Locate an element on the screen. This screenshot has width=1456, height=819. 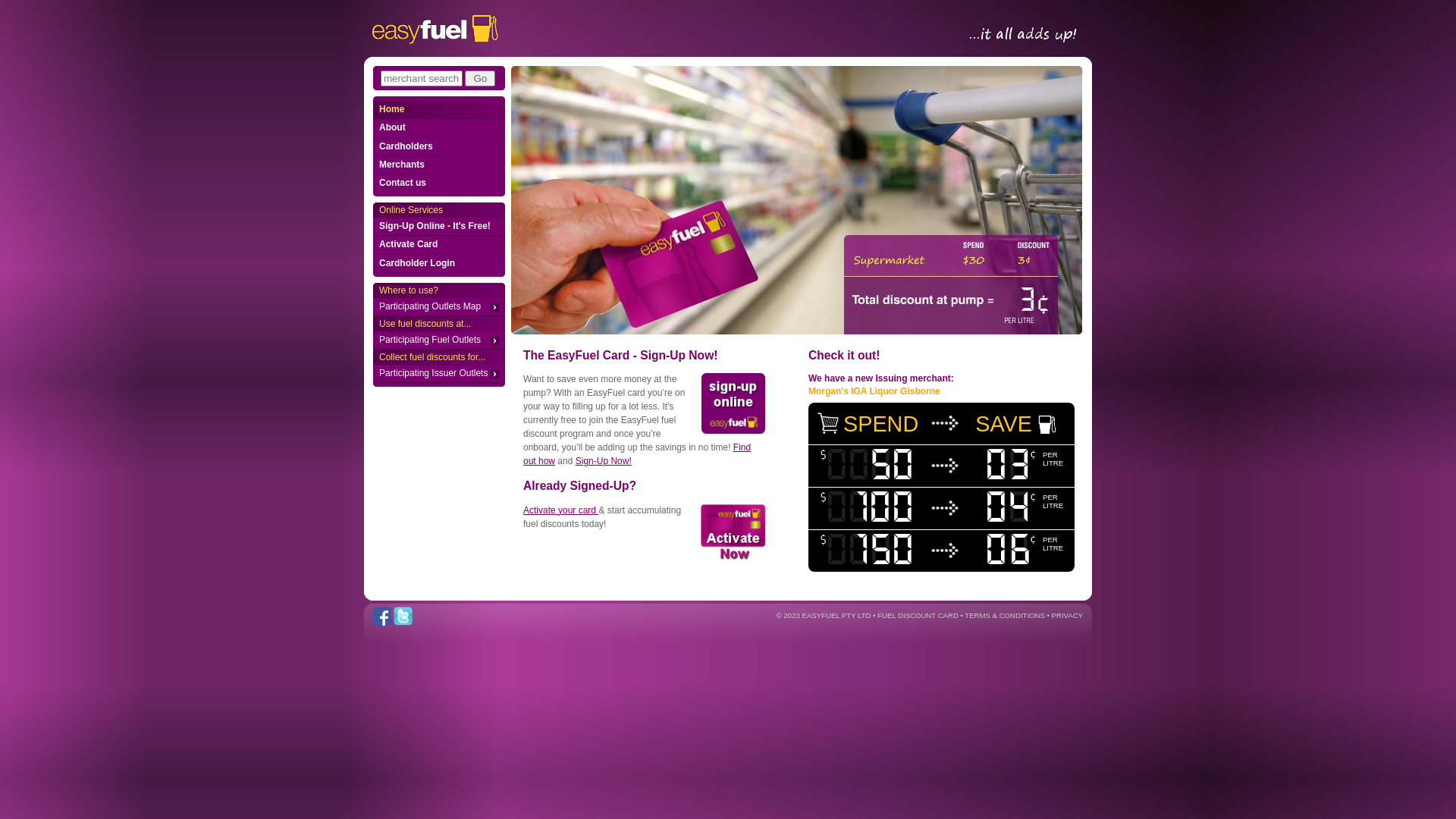
'Participating Issuer Outlets' is located at coordinates (438, 374).